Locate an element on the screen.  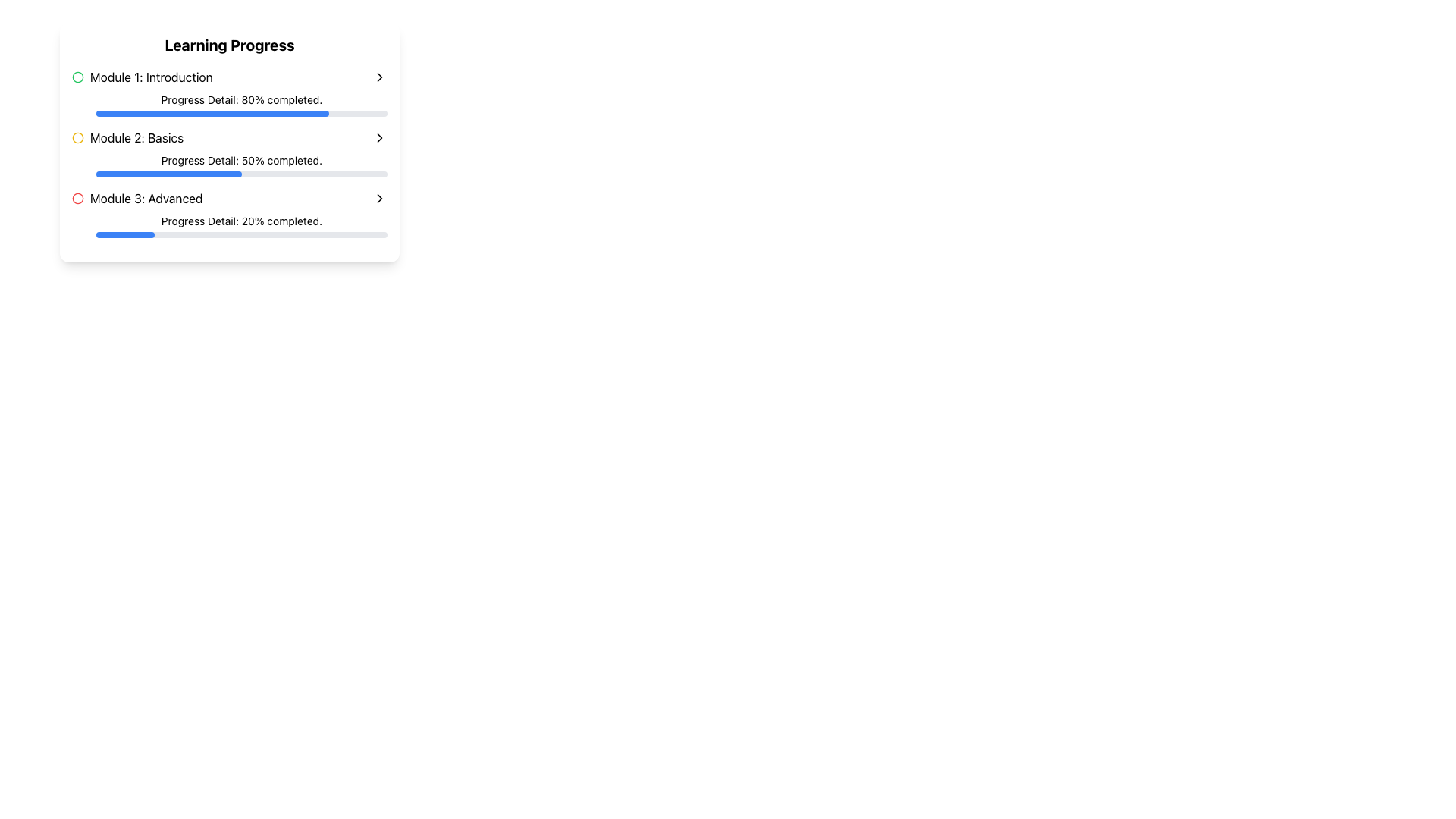
the Progress Bar indicating 20% completion for 'Module 3: Advanced' is located at coordinates (125, 234).